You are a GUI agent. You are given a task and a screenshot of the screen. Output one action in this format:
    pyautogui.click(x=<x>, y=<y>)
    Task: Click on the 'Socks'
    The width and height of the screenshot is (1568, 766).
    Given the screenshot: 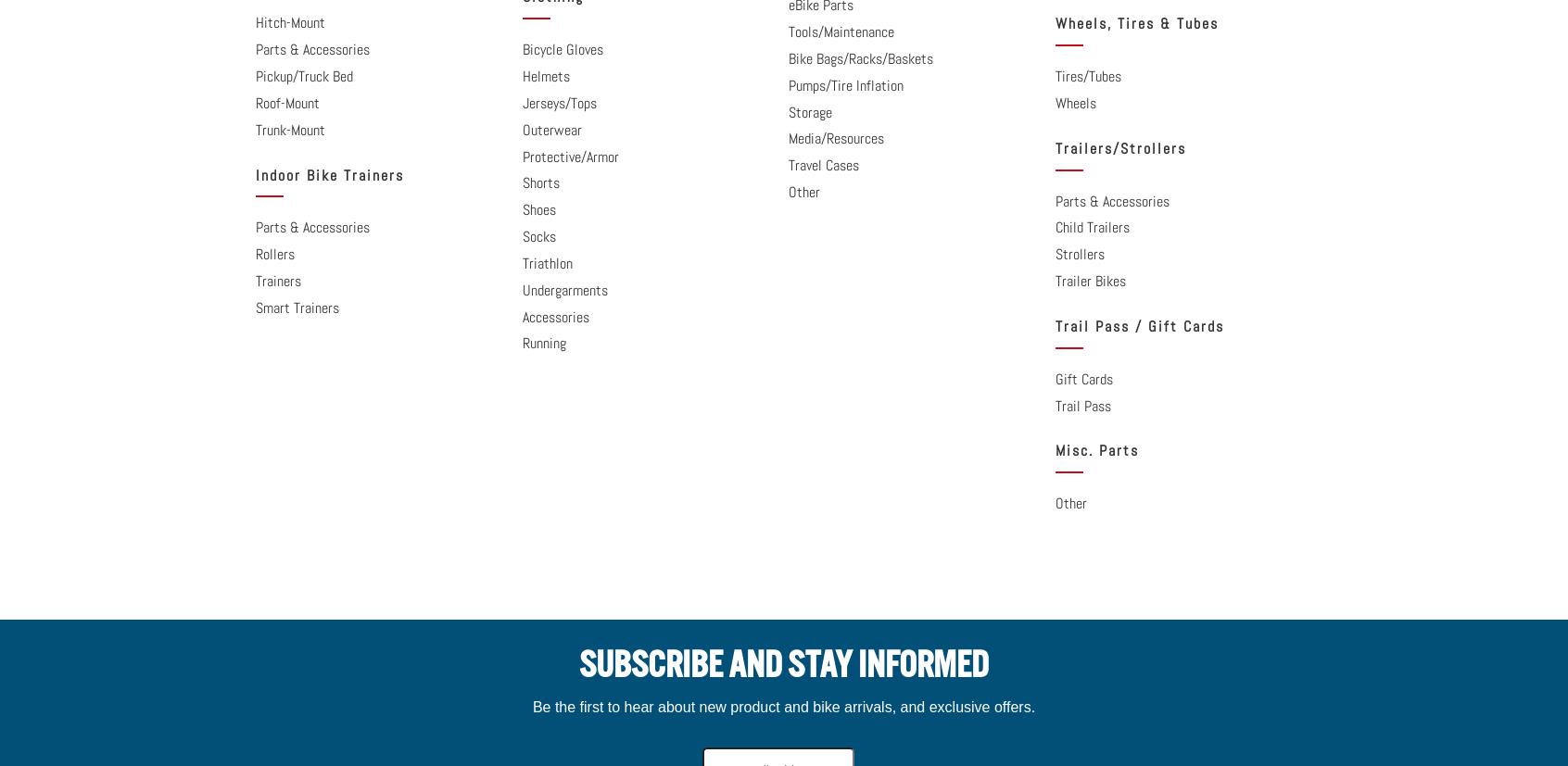 What is the action you would take?
    pyautogui.click(x=537, y=236)
    